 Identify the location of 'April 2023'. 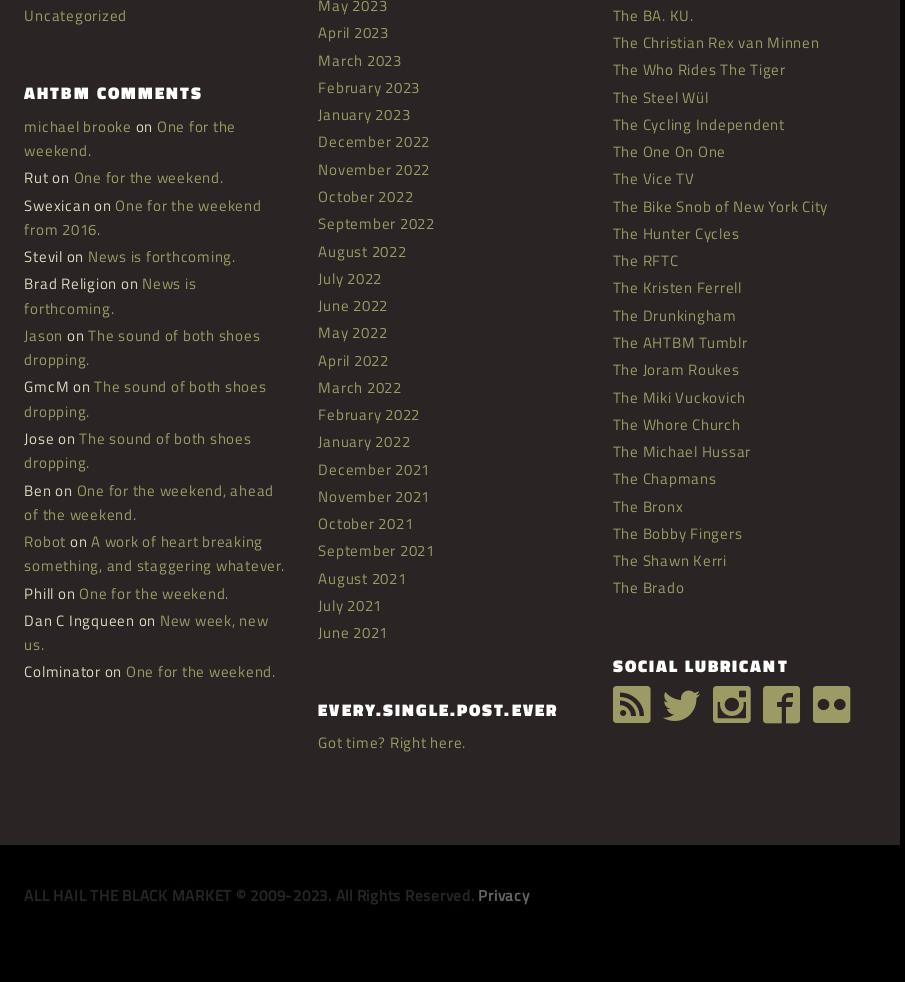
(317, 31).